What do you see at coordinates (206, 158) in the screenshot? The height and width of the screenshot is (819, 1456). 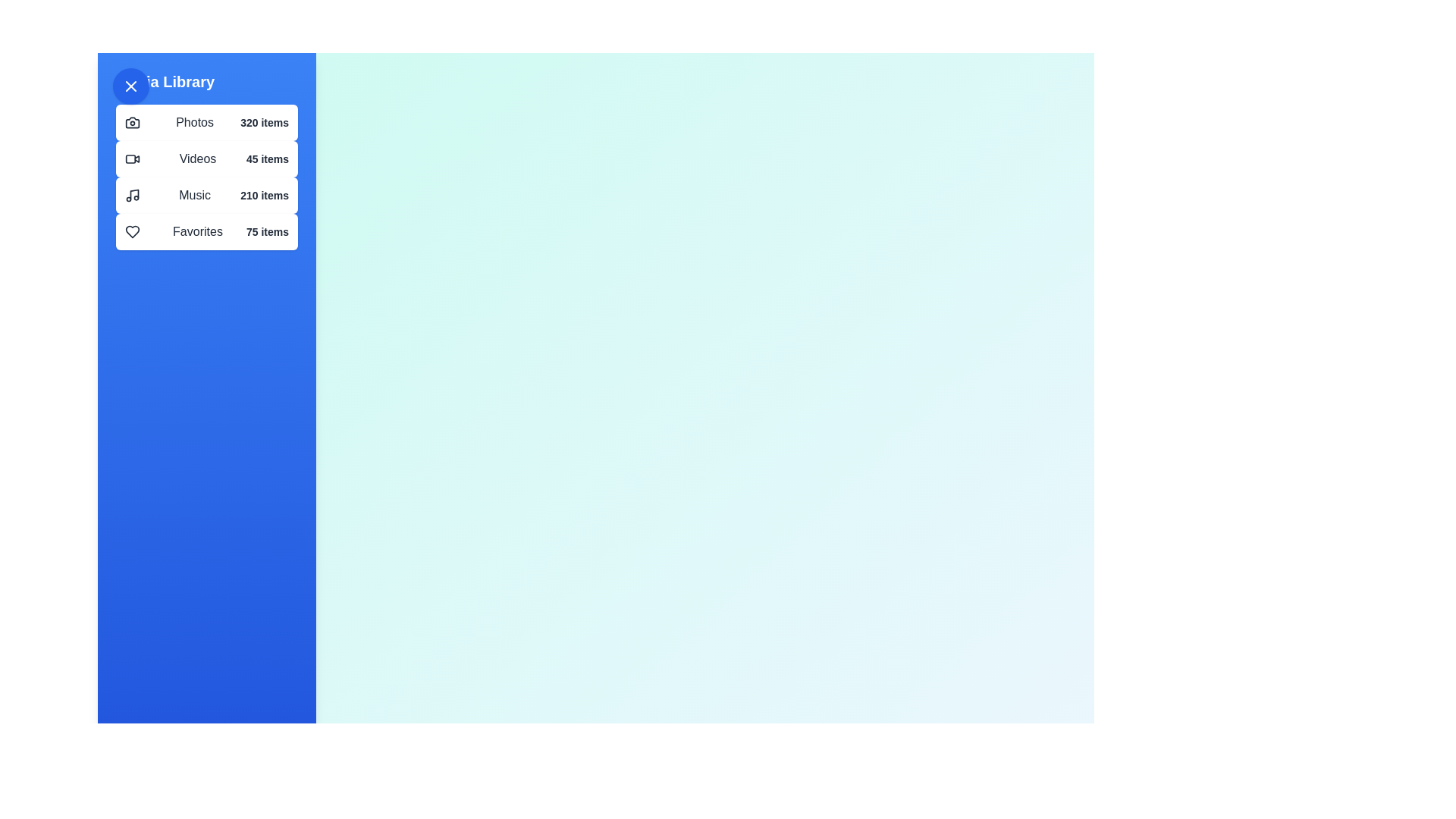 I see `the media category Videos from the drawer` at bounding box center [206, 158].